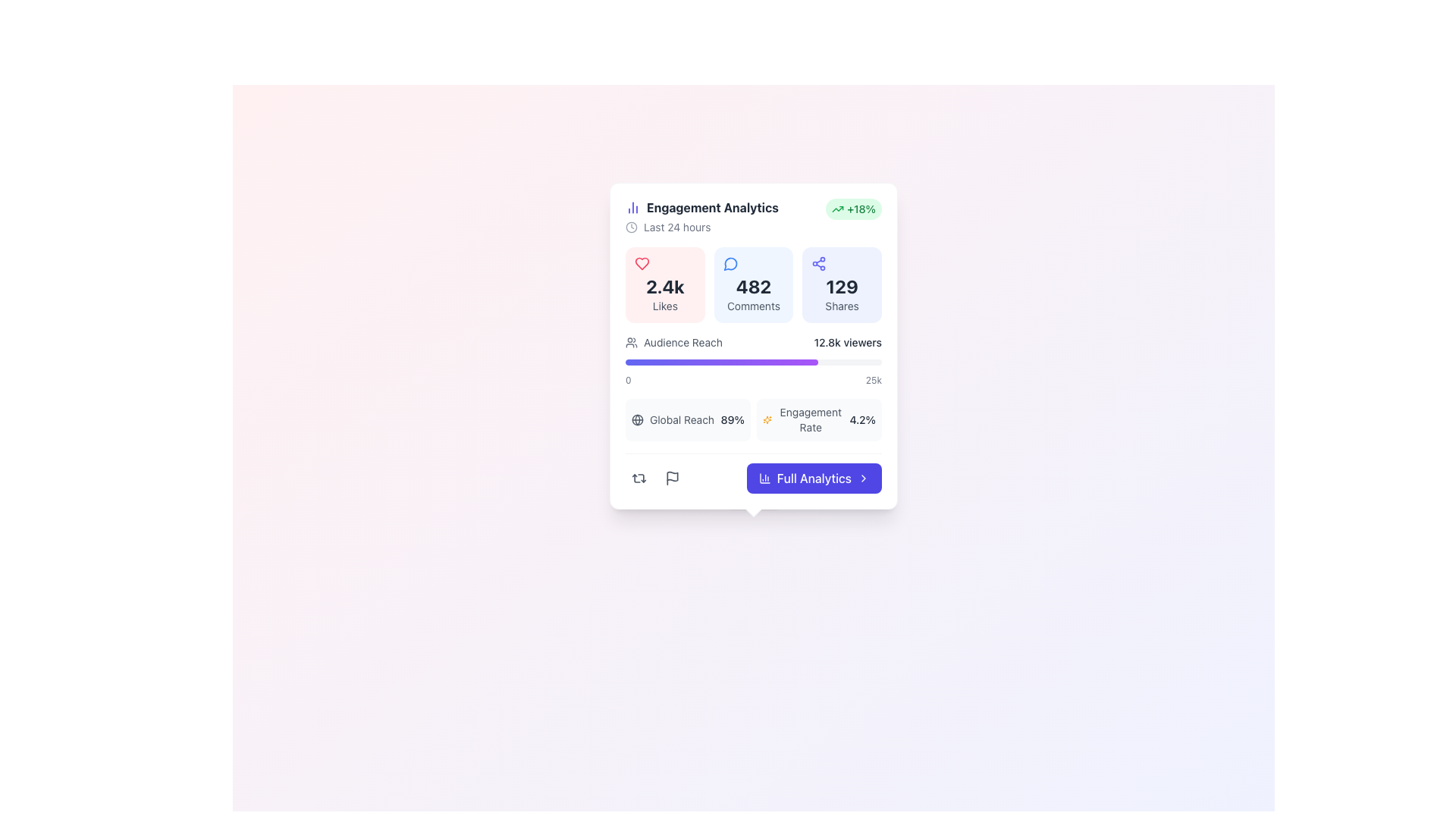 The height and width of the screenshot is (819, 1456). What do you see at coordinates (753, 216) in the screenshot?
I see `the informational header section that summarizes engagement analytics` at bounding box center [753, 216].